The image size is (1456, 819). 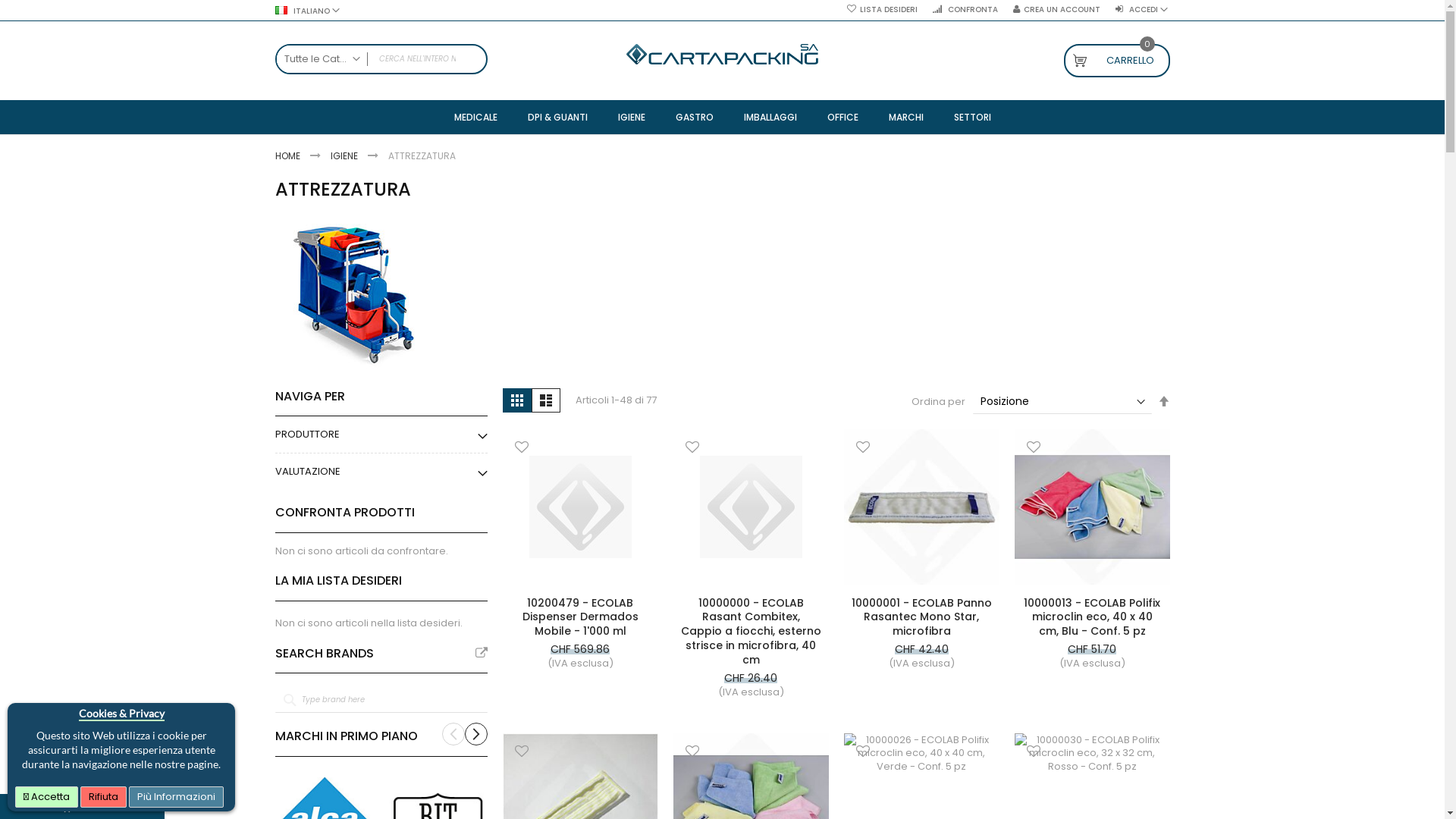 What do you see at coordinates (626, 53) in the screenshot?
I see `'Cartapacking SA'` at bounding box center [626, 53].